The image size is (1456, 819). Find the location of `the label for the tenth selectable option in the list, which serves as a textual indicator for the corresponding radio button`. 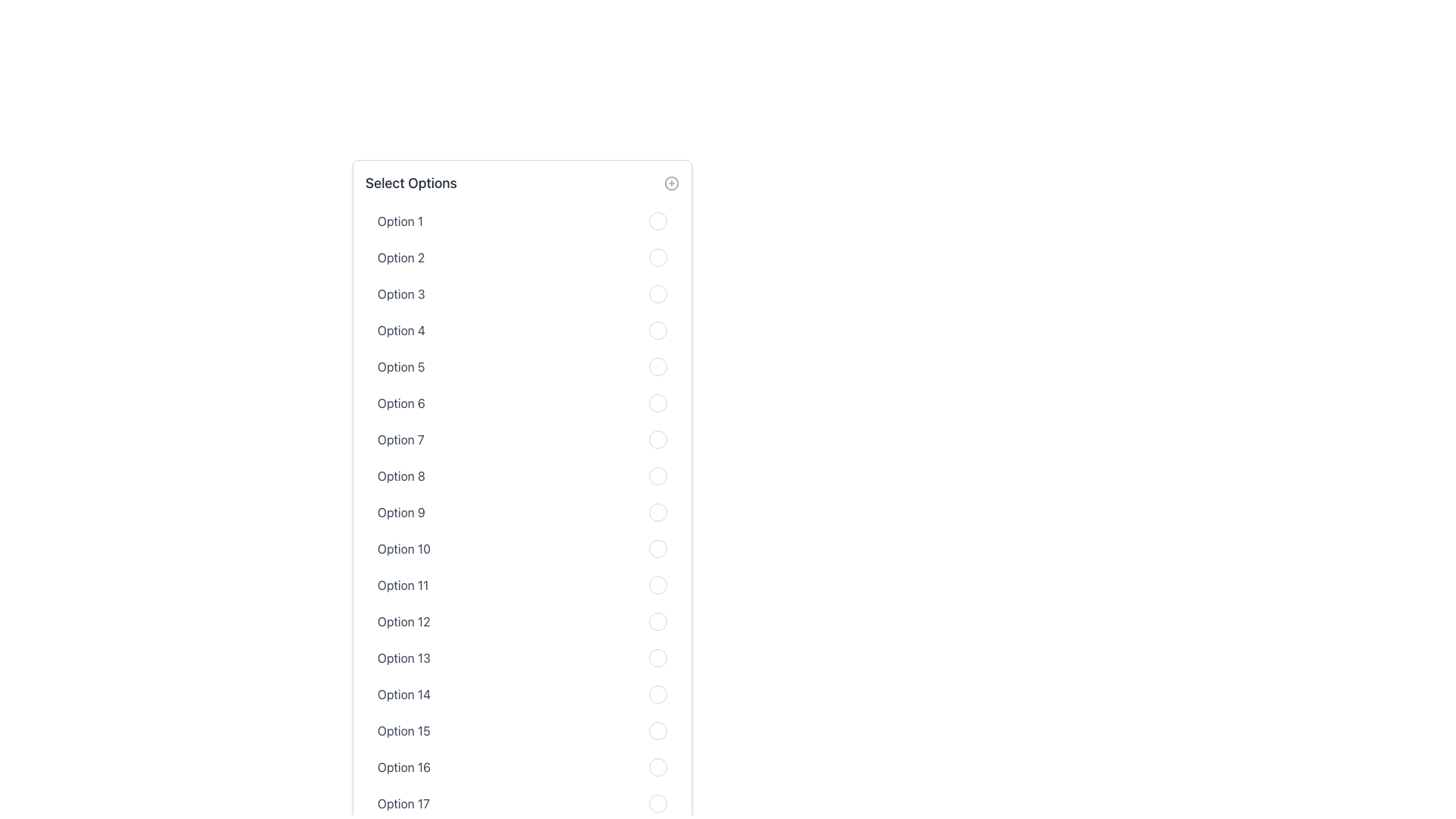

the label for the tenth selectable option in the list, which serves as a textual indicator for the corresponding radio button is located at coordinates (403, 549).